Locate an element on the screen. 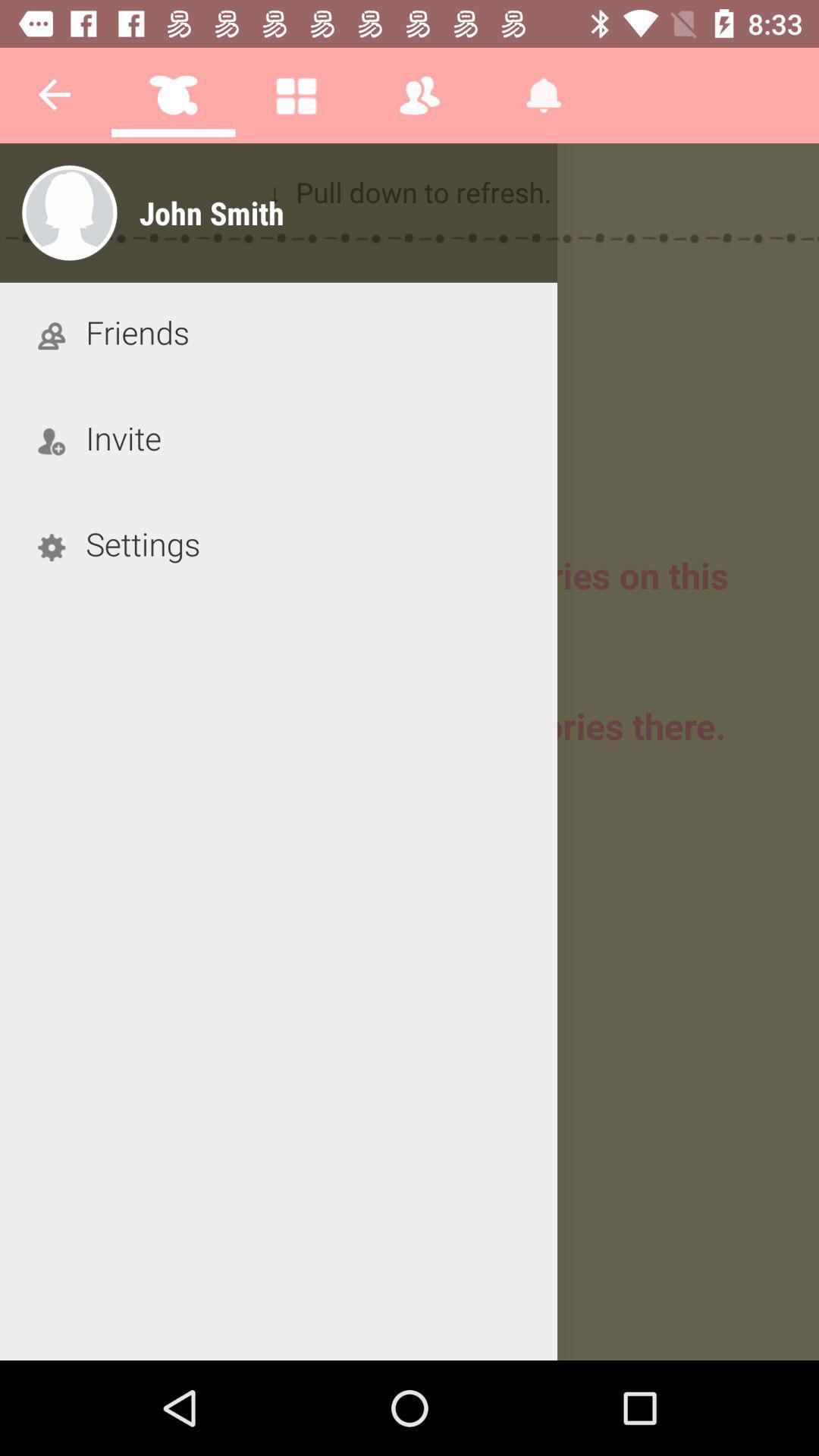 Image resolution: width=819 pixels, height=1456 pixels. the profile which is at the left side of the page is located at coordinates (70, 212).